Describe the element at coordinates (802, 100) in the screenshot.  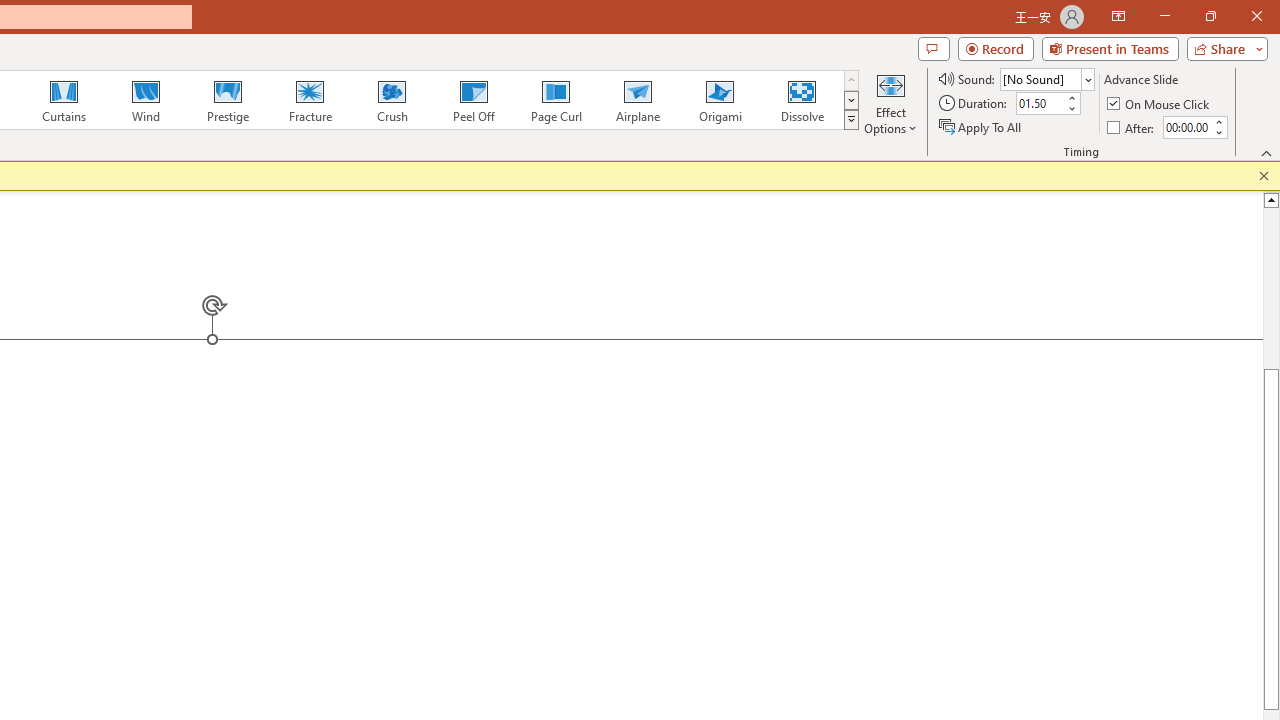
I see `'Dissolve'` at that location.